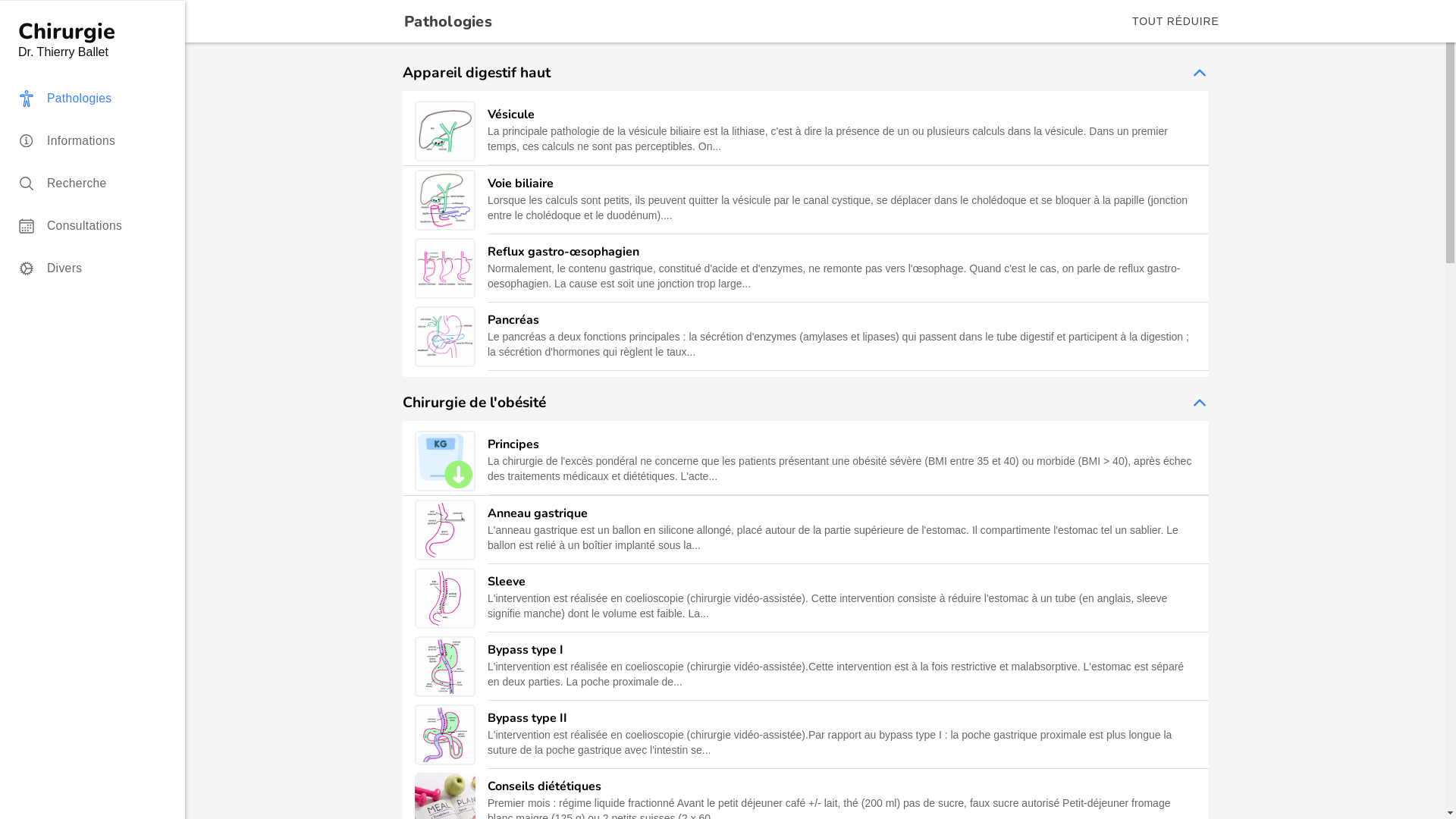  What do you see at coordinates (18, 38) in the screenshot?
I see `'Chirurgie` at bounding box center [18, 38].